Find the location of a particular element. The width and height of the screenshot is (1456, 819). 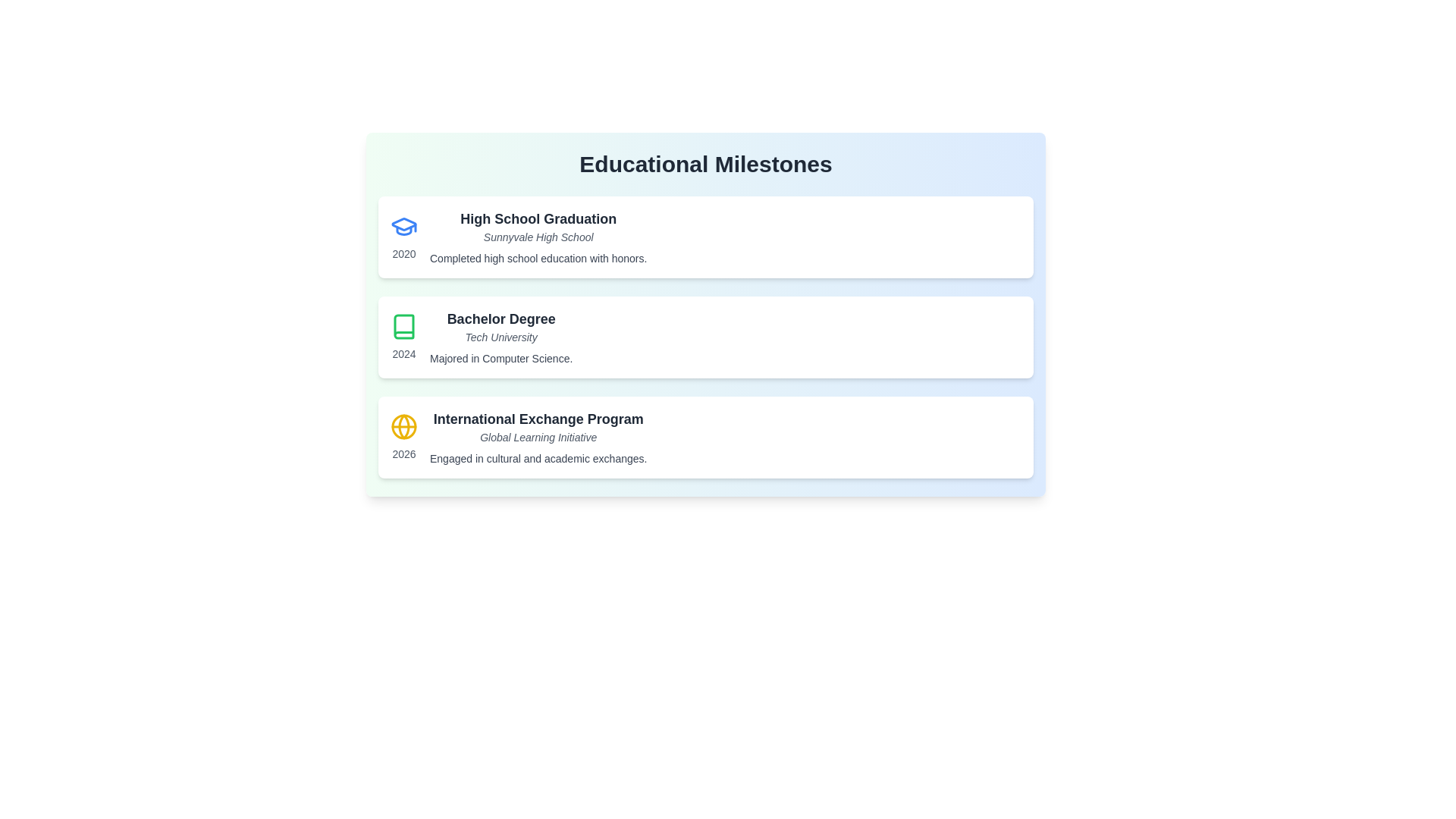

the decorative green book icon representing the 'Bachelor Degree' milestone in the SVG, which is positioned to the left of the text details is located at coordinates (403, 326).